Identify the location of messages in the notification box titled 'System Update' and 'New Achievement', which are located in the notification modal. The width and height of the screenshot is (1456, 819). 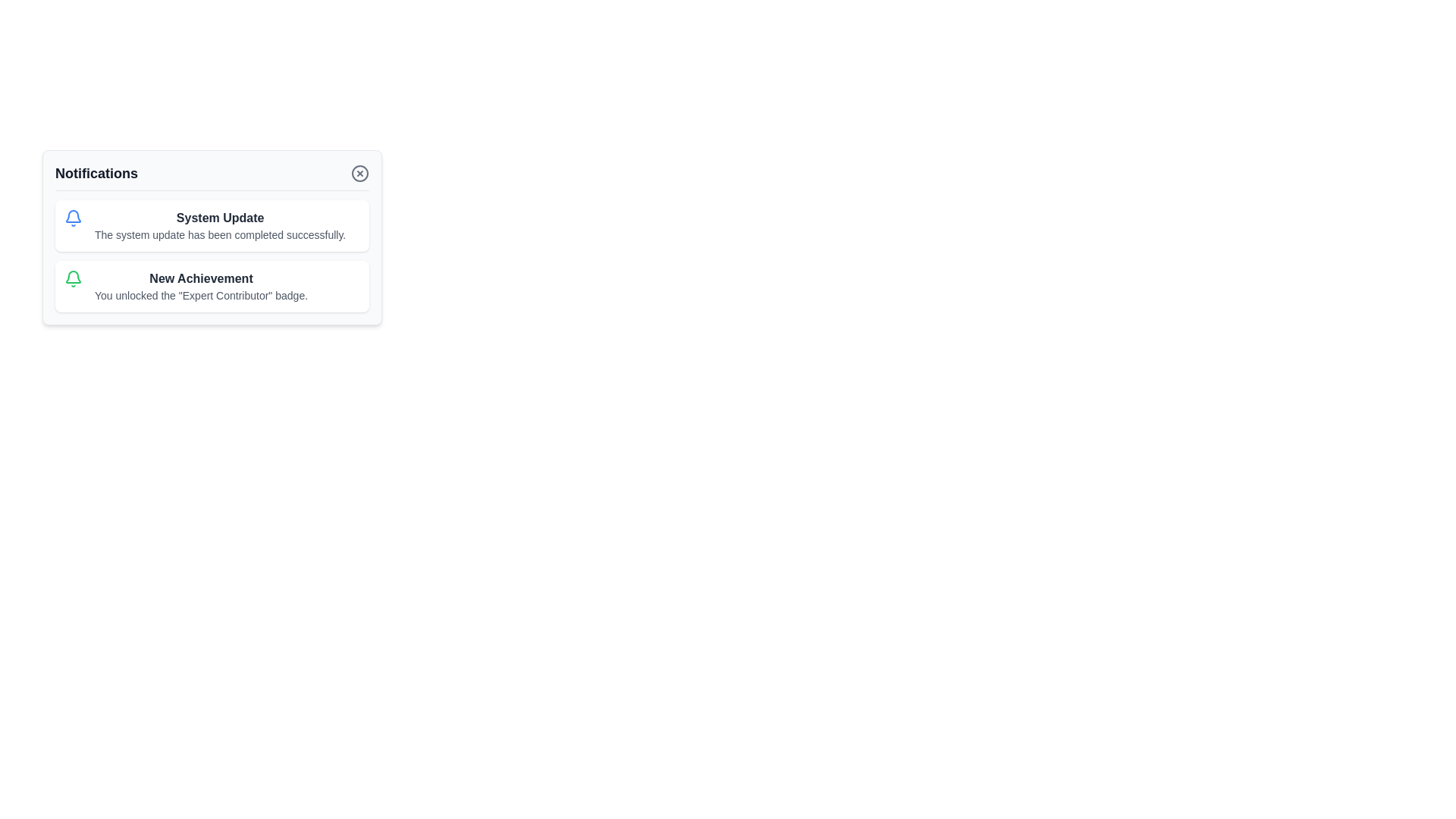
(211, 256).